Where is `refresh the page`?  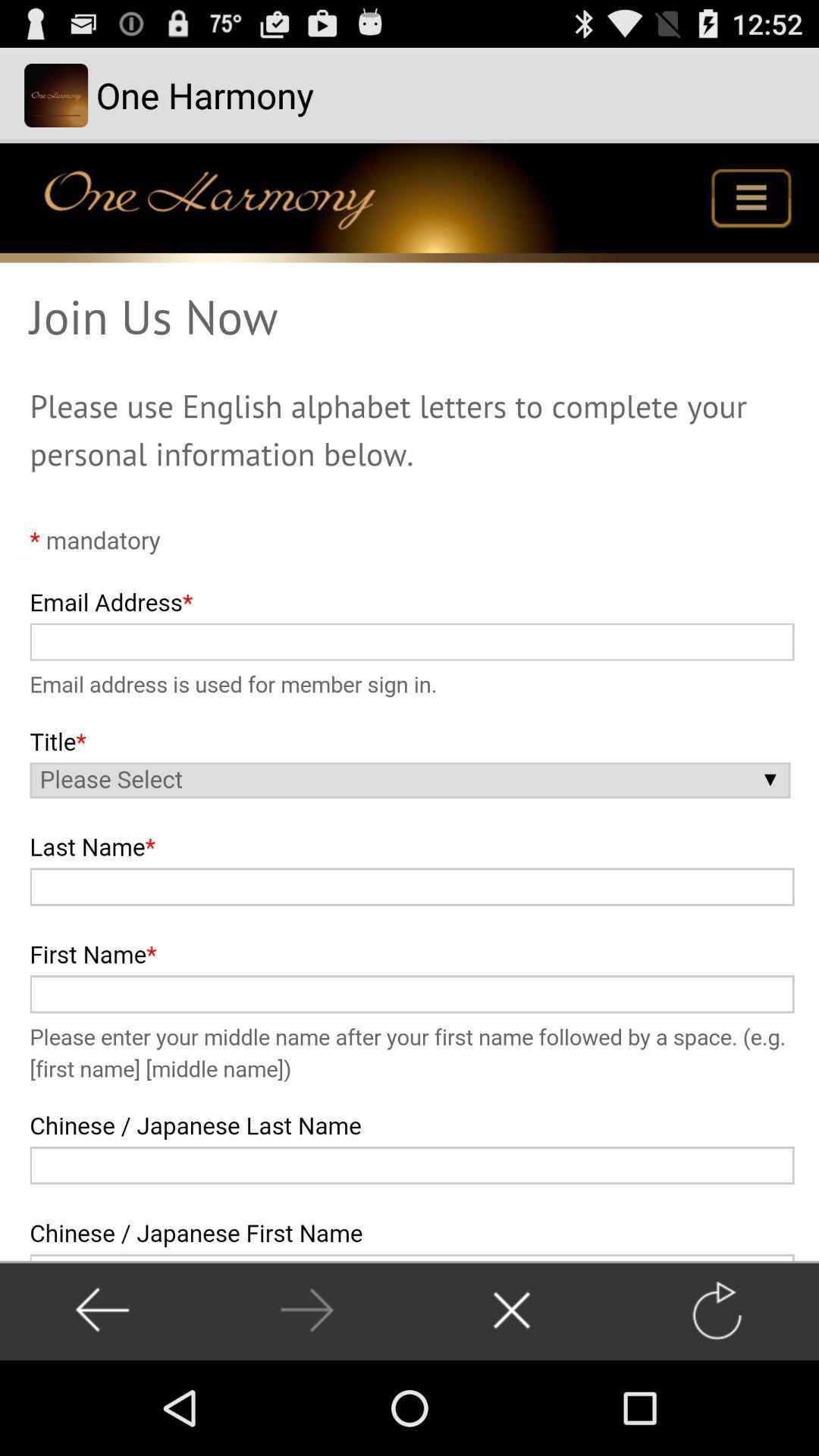 refresh the page is located at coordinates (717, 1310).